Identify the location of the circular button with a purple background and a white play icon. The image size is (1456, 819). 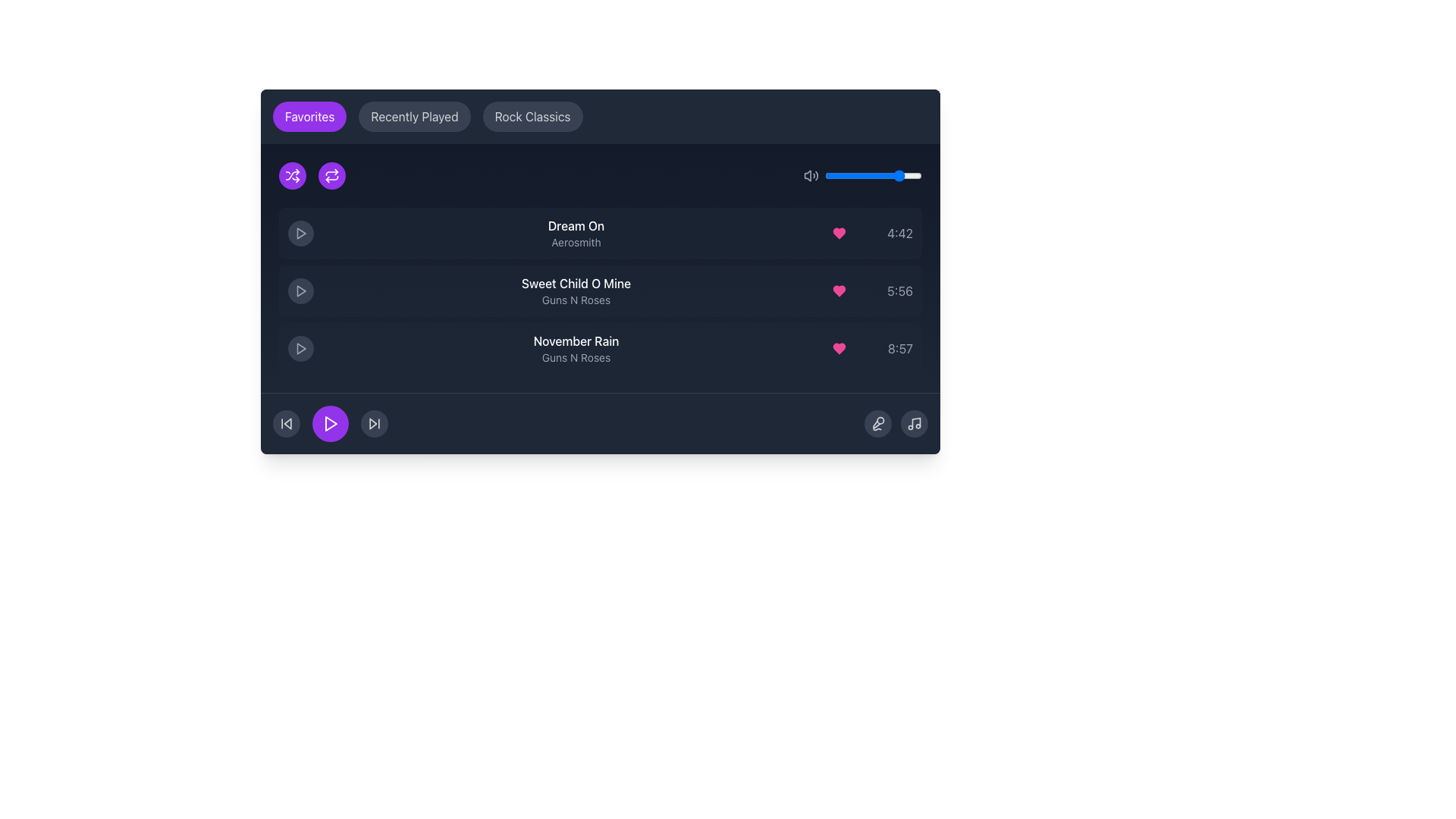
(330, 424).